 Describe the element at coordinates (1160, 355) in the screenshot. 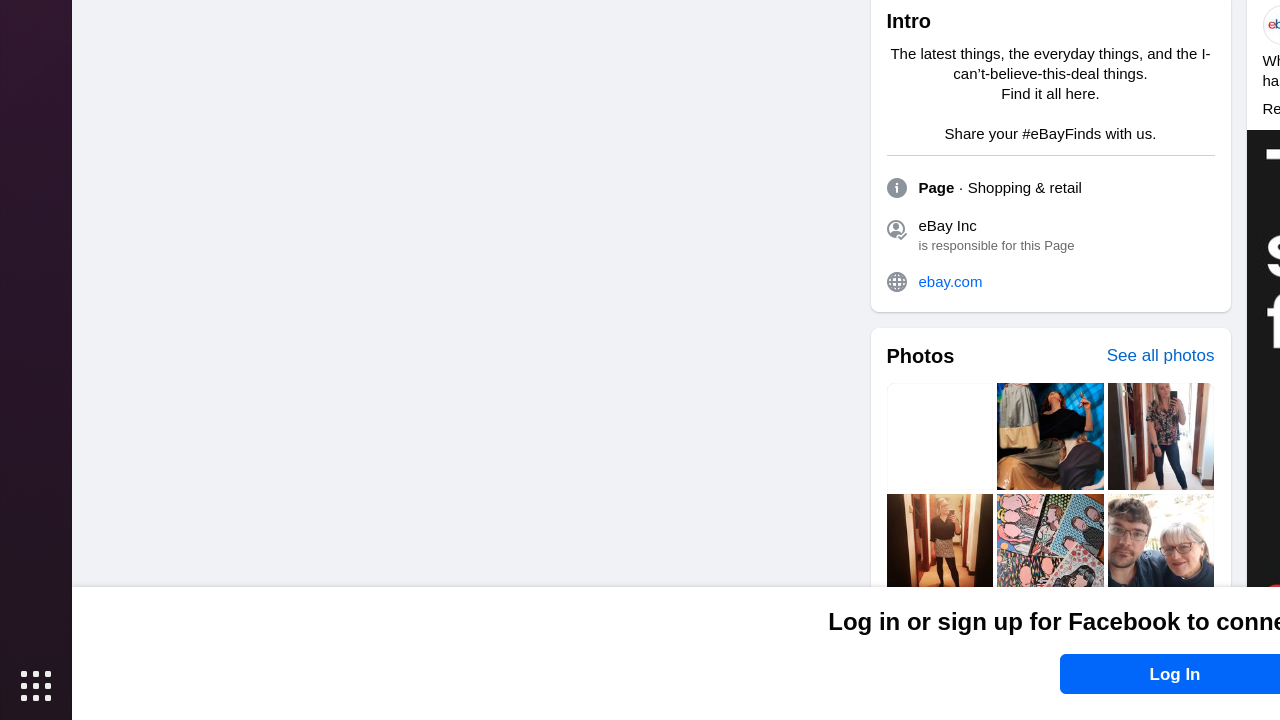

I see `'See all photos'` at that location.